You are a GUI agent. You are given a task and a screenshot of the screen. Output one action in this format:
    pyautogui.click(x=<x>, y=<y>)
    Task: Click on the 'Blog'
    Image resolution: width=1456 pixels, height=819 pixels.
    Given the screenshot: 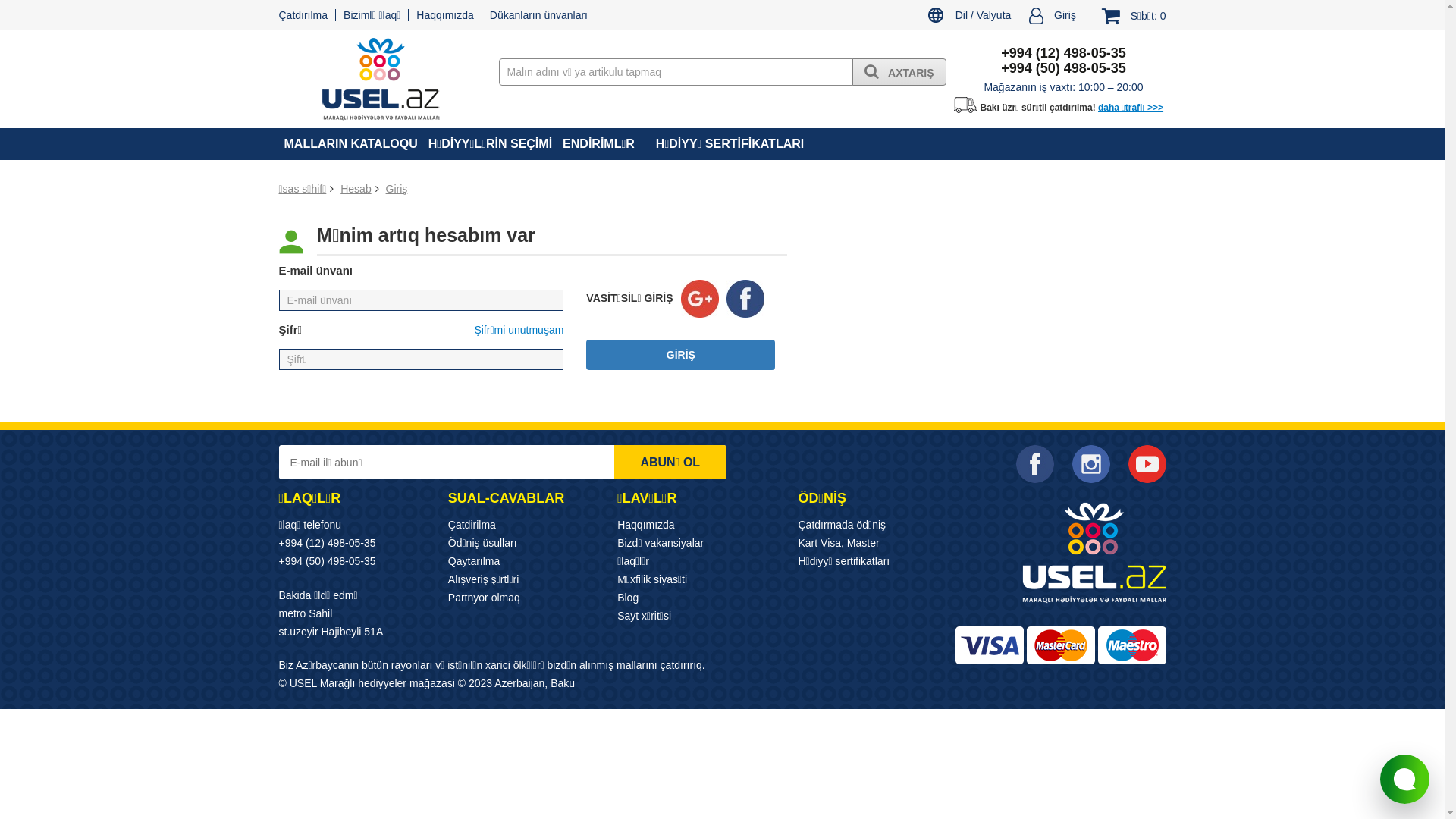 What is the action you would take?
    pyautogui.click(x=628, y=596)
    